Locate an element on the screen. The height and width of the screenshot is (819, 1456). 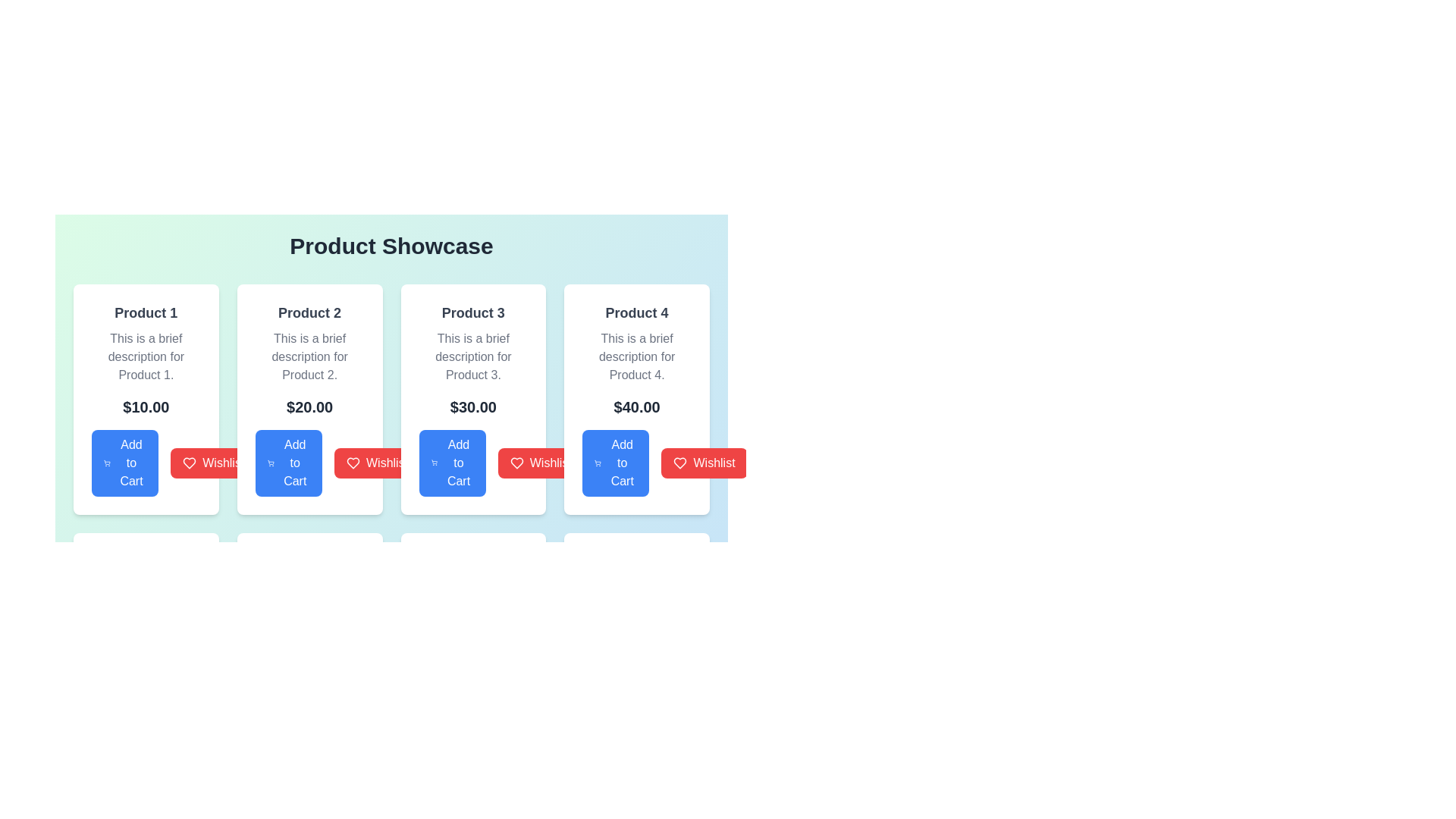
the text label that serves as the title for the product displayed in the rightmost card of the product showcase is located at coordinates (637, 312).